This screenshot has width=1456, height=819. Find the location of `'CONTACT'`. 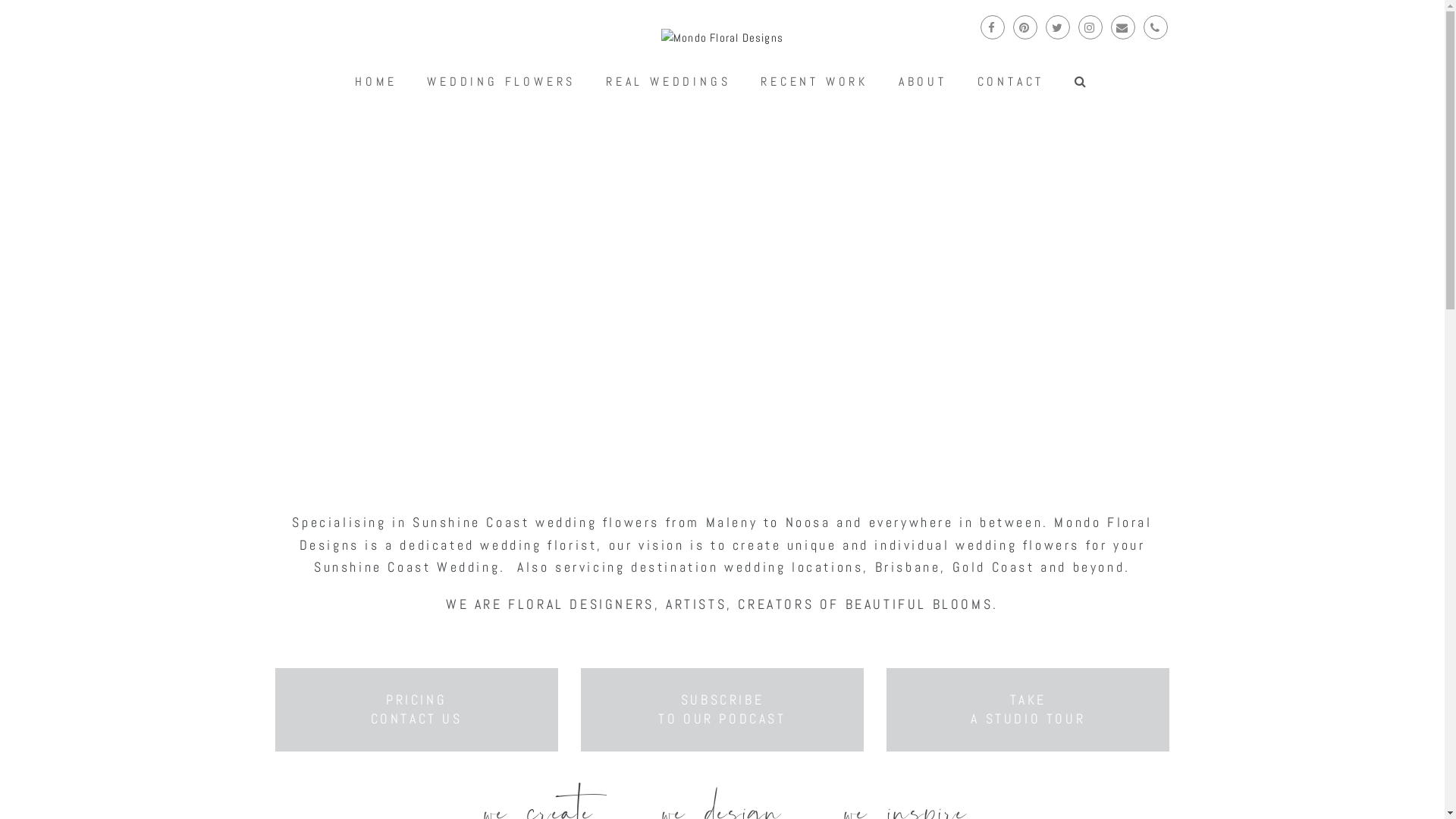

'CONTACT' is located at coordinates (963, 82).